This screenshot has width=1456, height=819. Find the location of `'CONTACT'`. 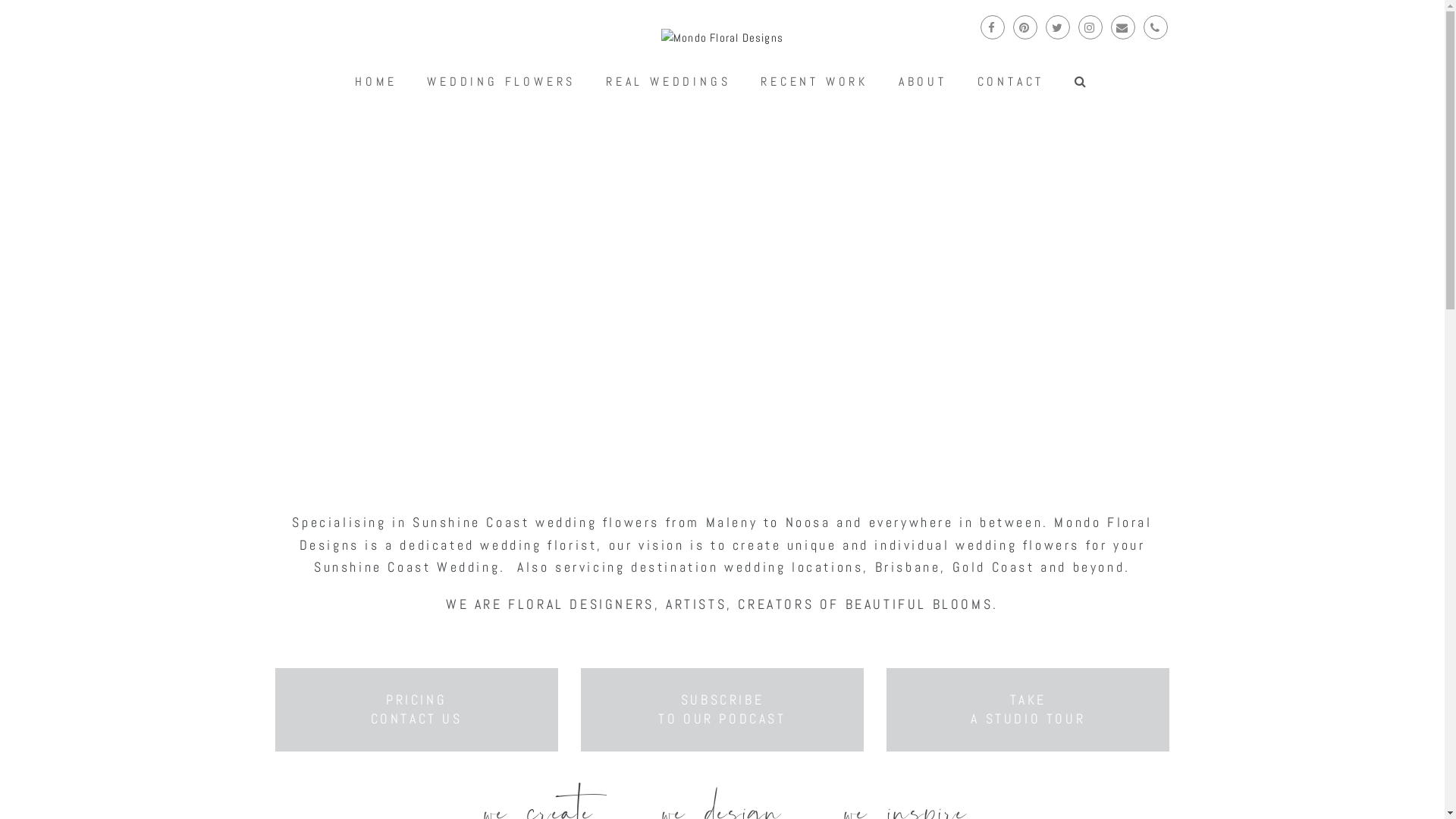

'CONTACT' is located at coordinates (963, 82).